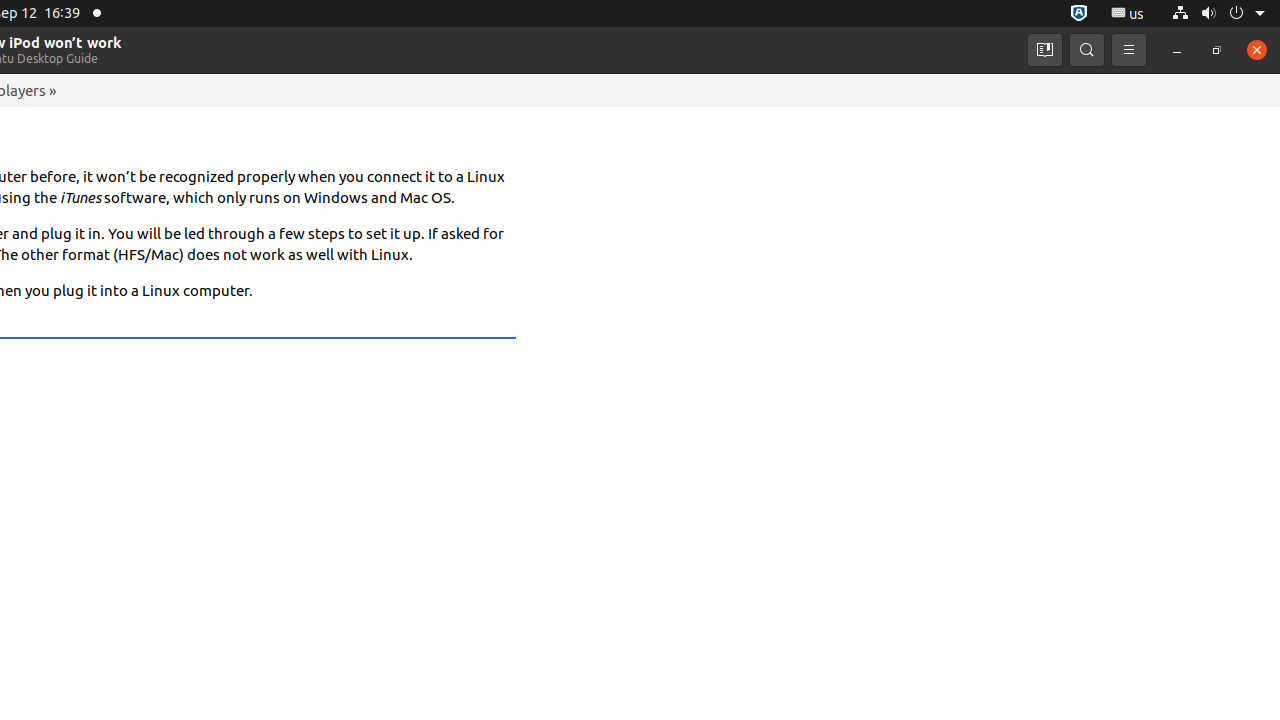  I want to click on 'Minimize', so click(1176, 48).